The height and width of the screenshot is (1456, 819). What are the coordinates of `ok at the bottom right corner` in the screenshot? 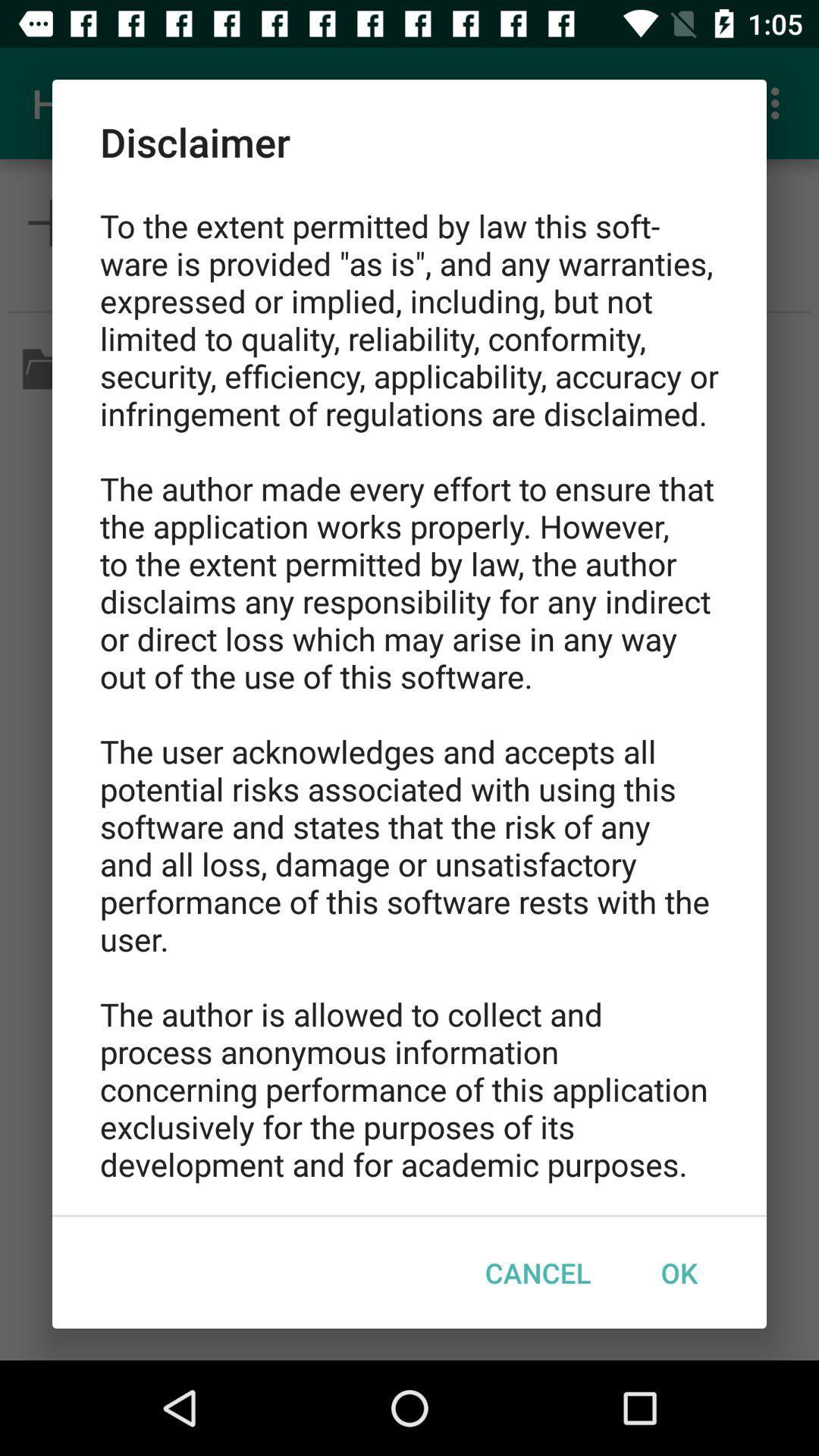 It's located at (678, 1272).